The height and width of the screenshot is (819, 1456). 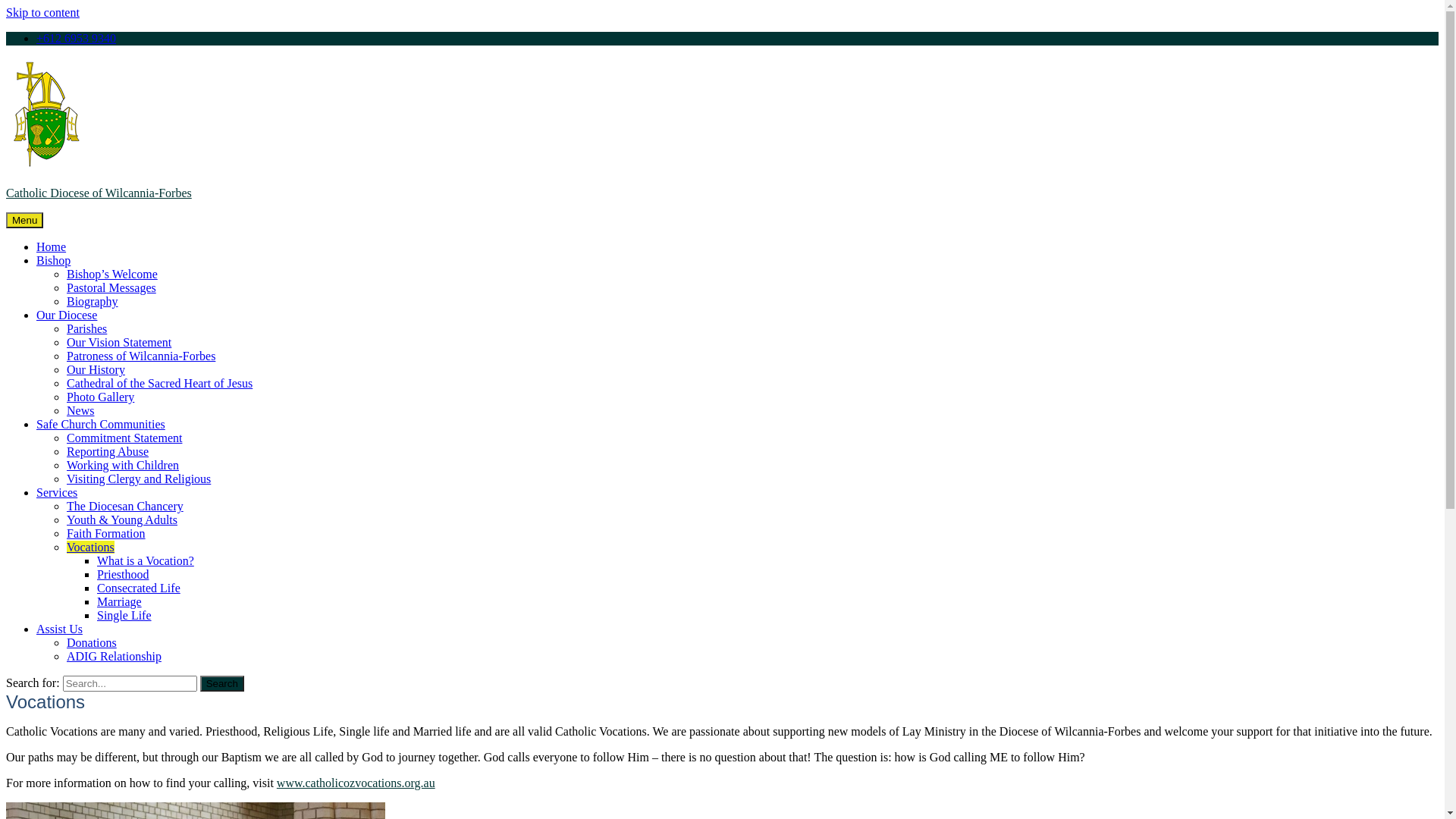 What do you see at coordinates (159, 382) in the screenshot?
I see `'Cathedral of the Sacred Heart of Jesus'` at bounding box center [159, 382].